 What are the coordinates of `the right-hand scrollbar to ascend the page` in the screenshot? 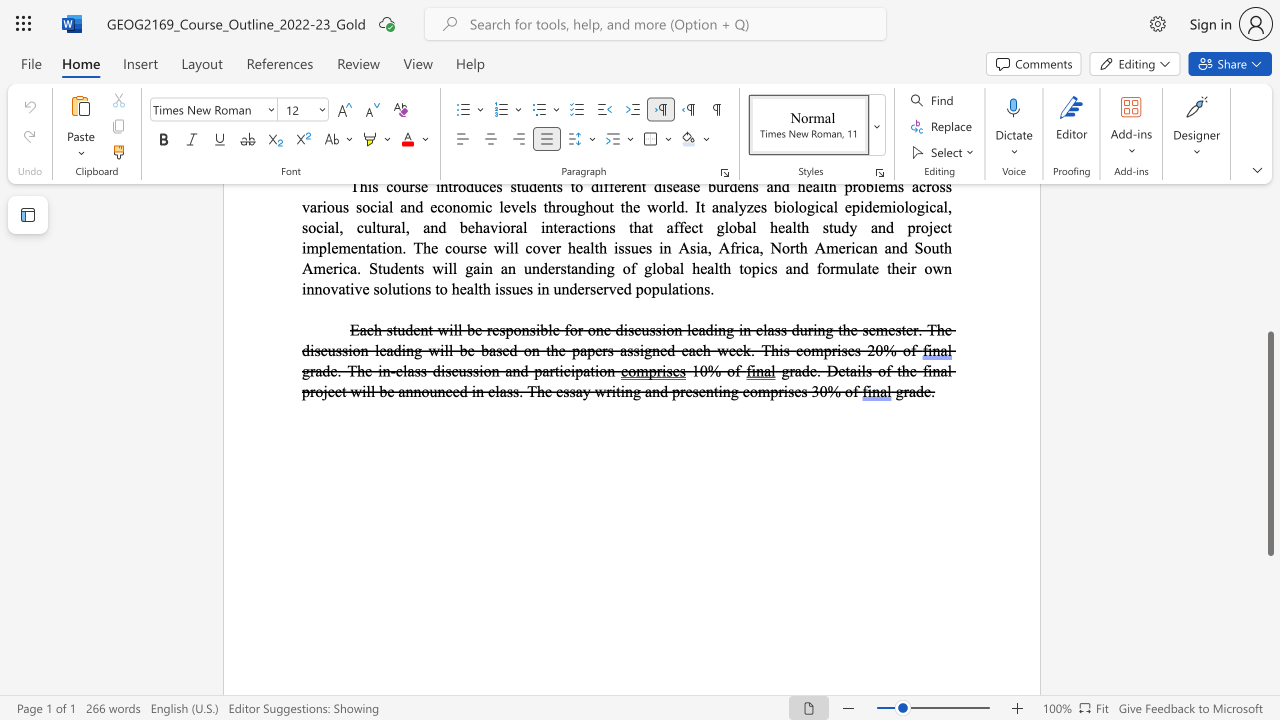 It's located at (1269, 310).